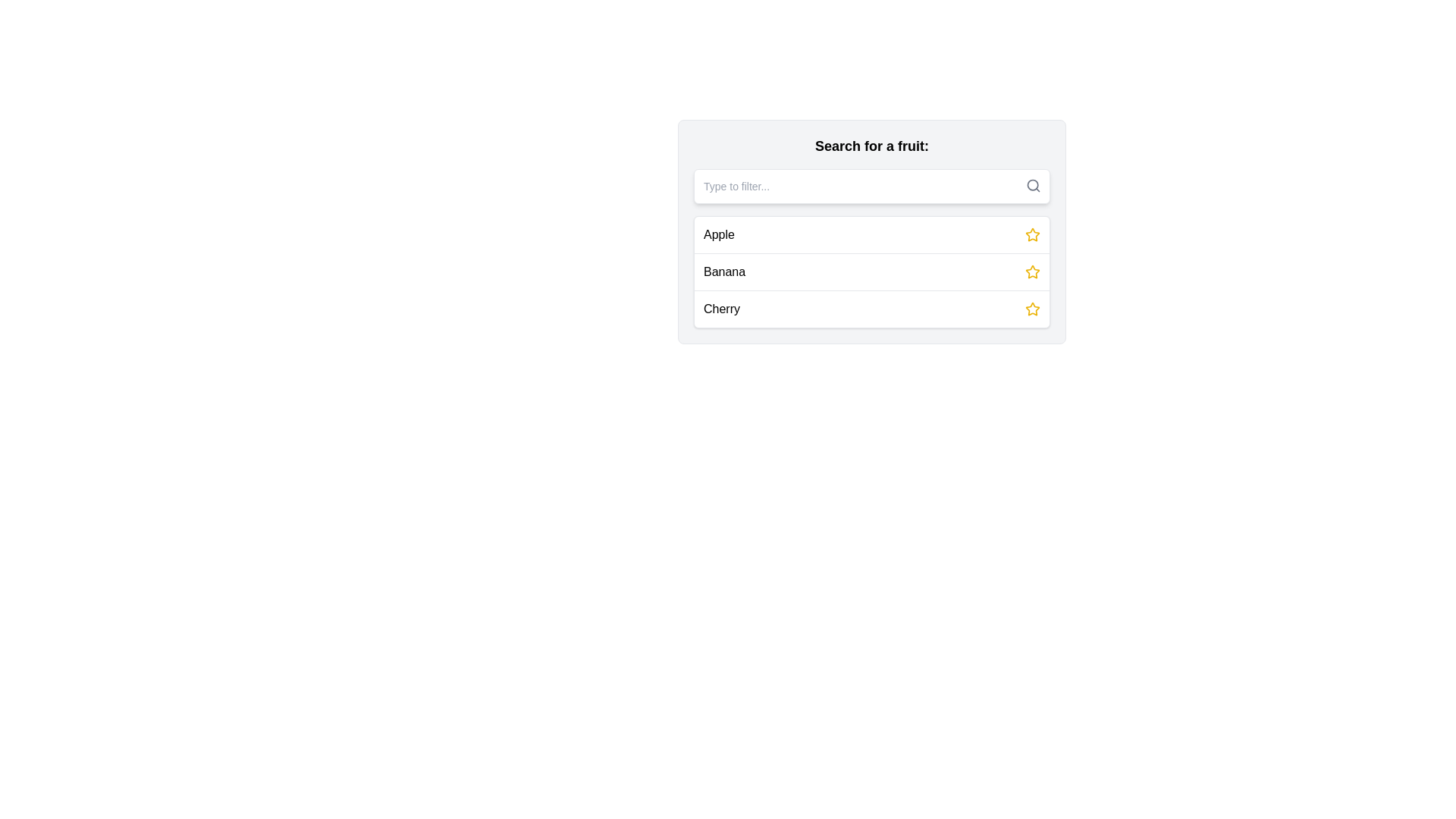  Describe the element at coordinates (1032, 308) in the screenshot. I see `the favorite star icon for the item 'Banana'` at that location.